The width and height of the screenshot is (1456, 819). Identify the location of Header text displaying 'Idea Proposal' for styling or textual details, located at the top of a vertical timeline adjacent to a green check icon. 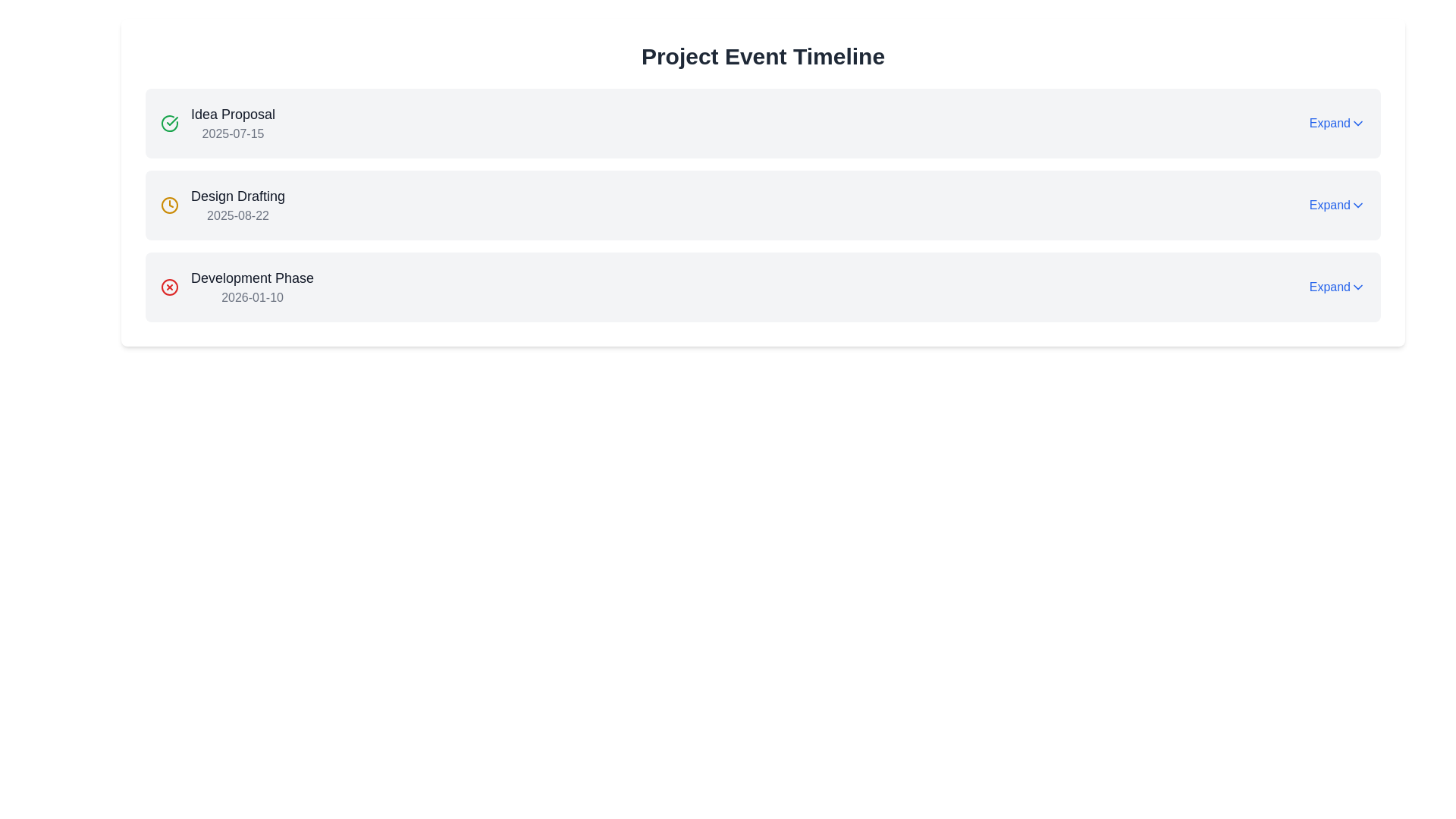
(232, 113).